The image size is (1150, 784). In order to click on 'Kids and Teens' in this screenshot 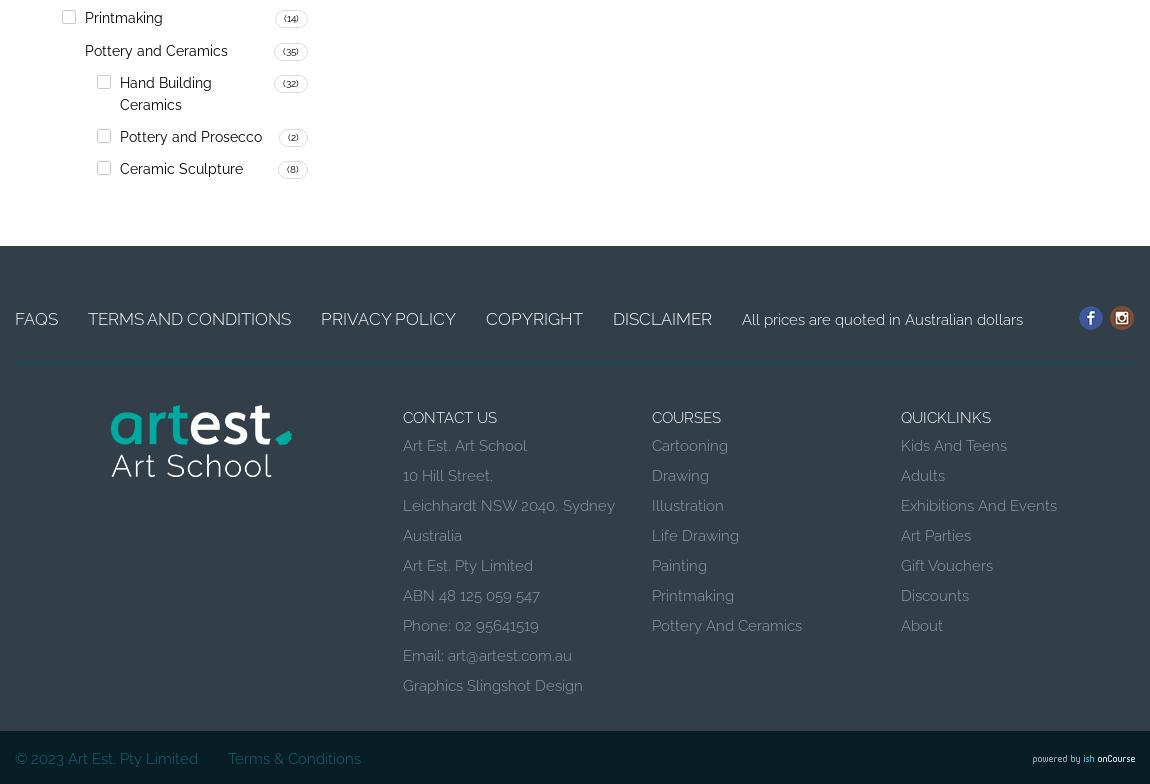, I will do `click(954, 446)`.